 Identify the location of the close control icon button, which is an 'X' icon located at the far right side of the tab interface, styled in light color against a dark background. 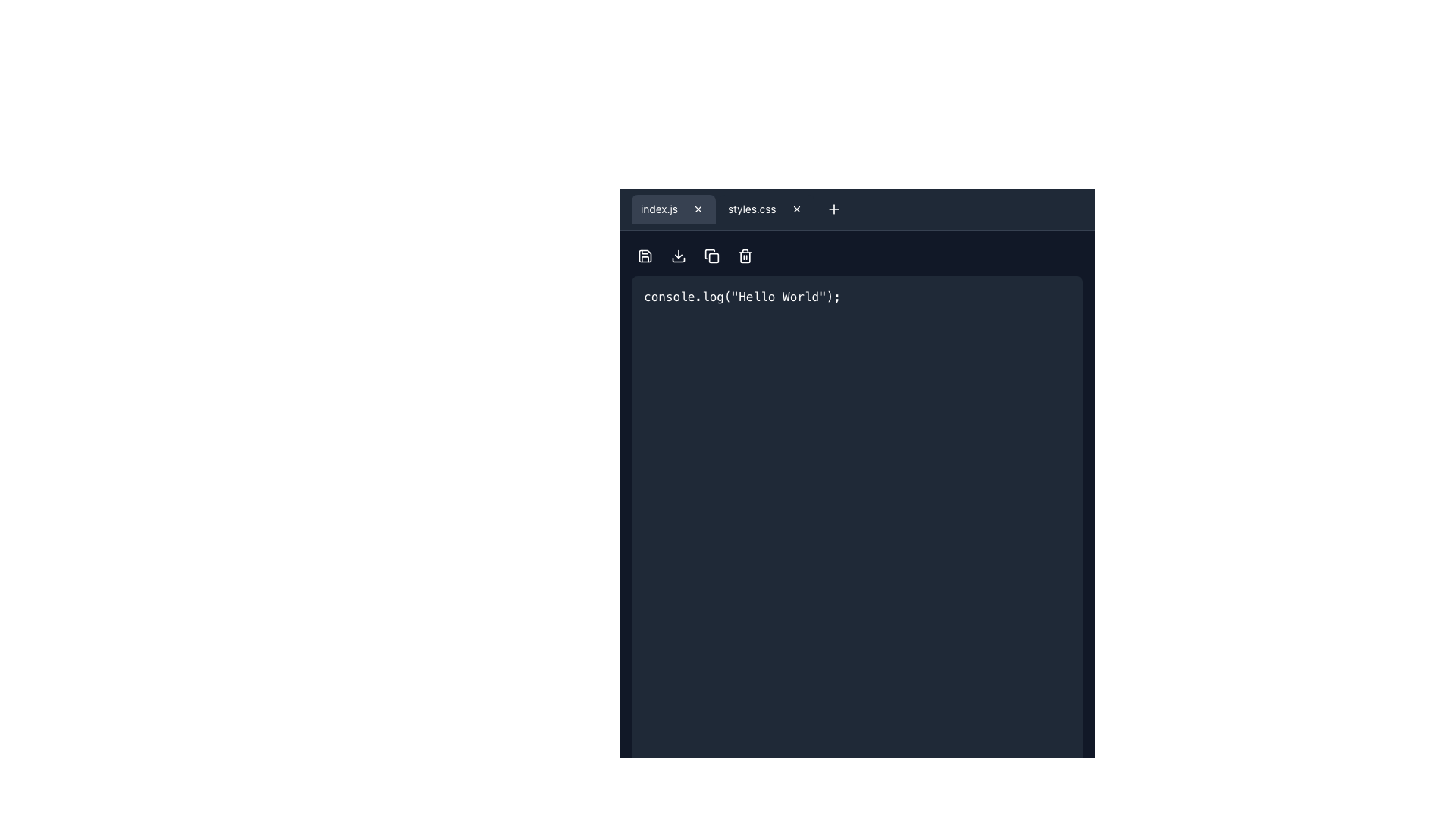
(795, 209).